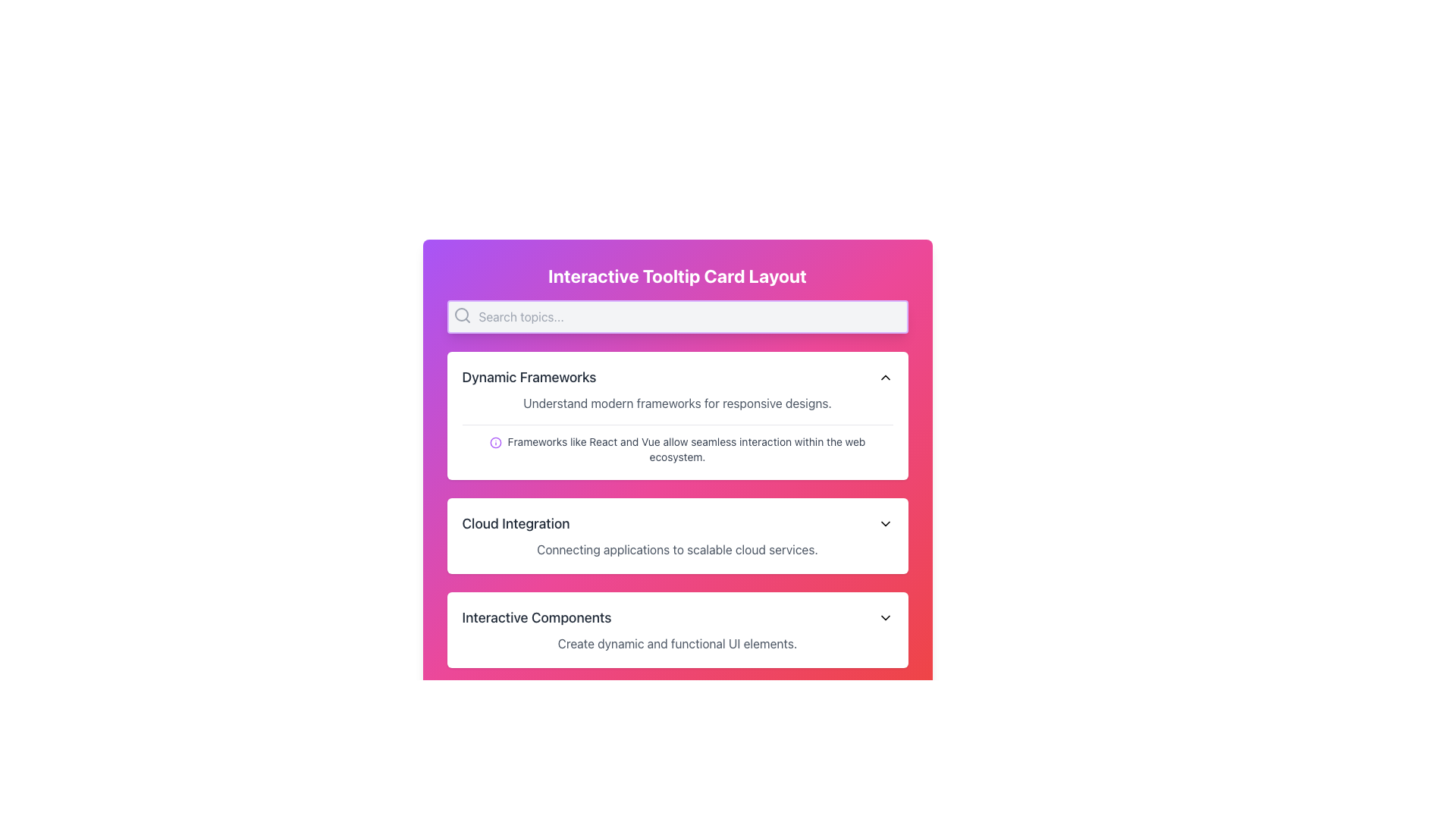 This screenshot has width=1456, height=819. I want to click on the chevron icon located at the top-right corner of the 'Dynamic Frameworks' section header, so click(885, 376).